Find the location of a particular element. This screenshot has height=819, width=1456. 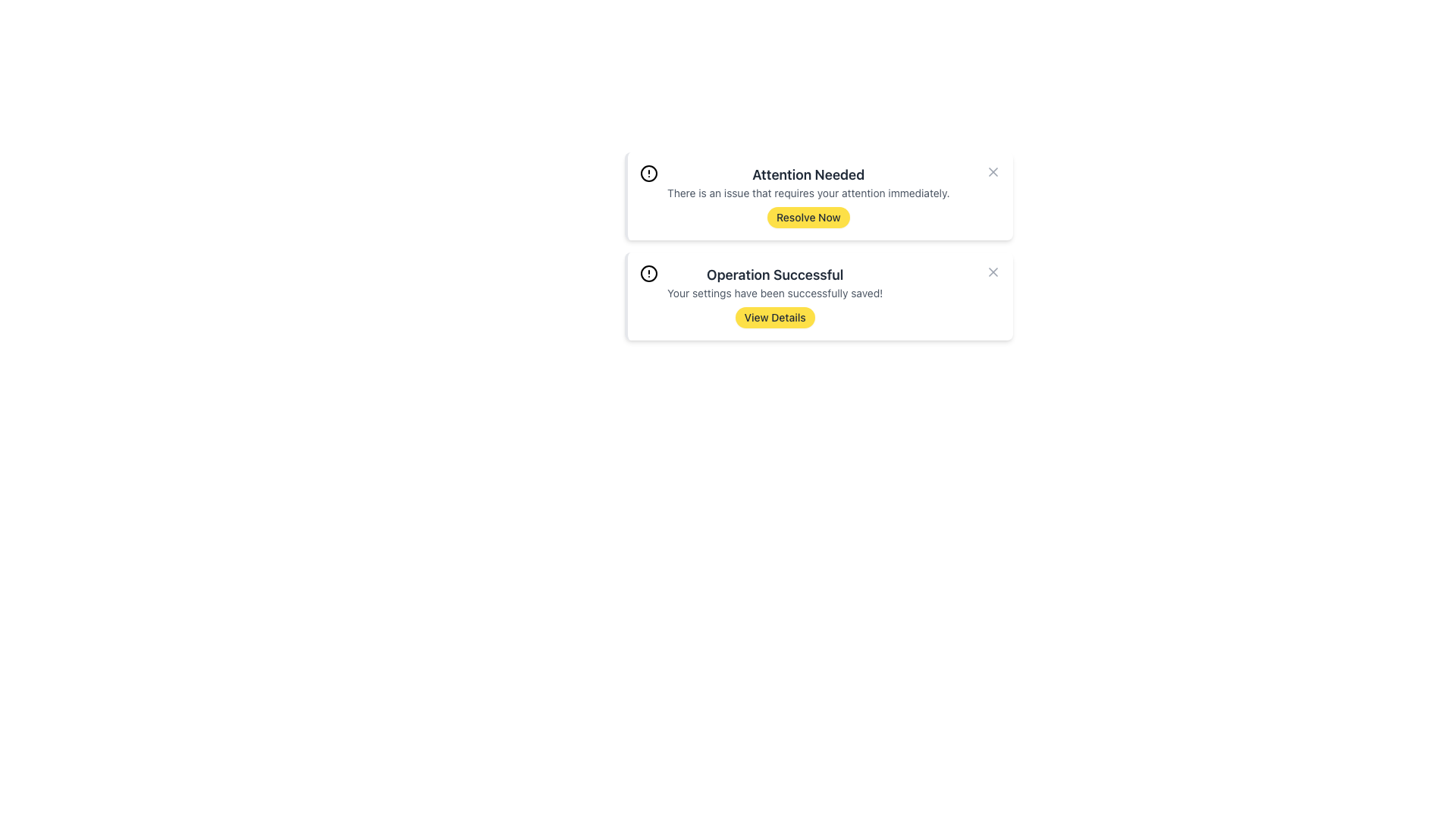

the Close button (X icon) located on the far right side of the 'Operation Successful' notification box to observe the hover effect is located at coordinates (993, 271).